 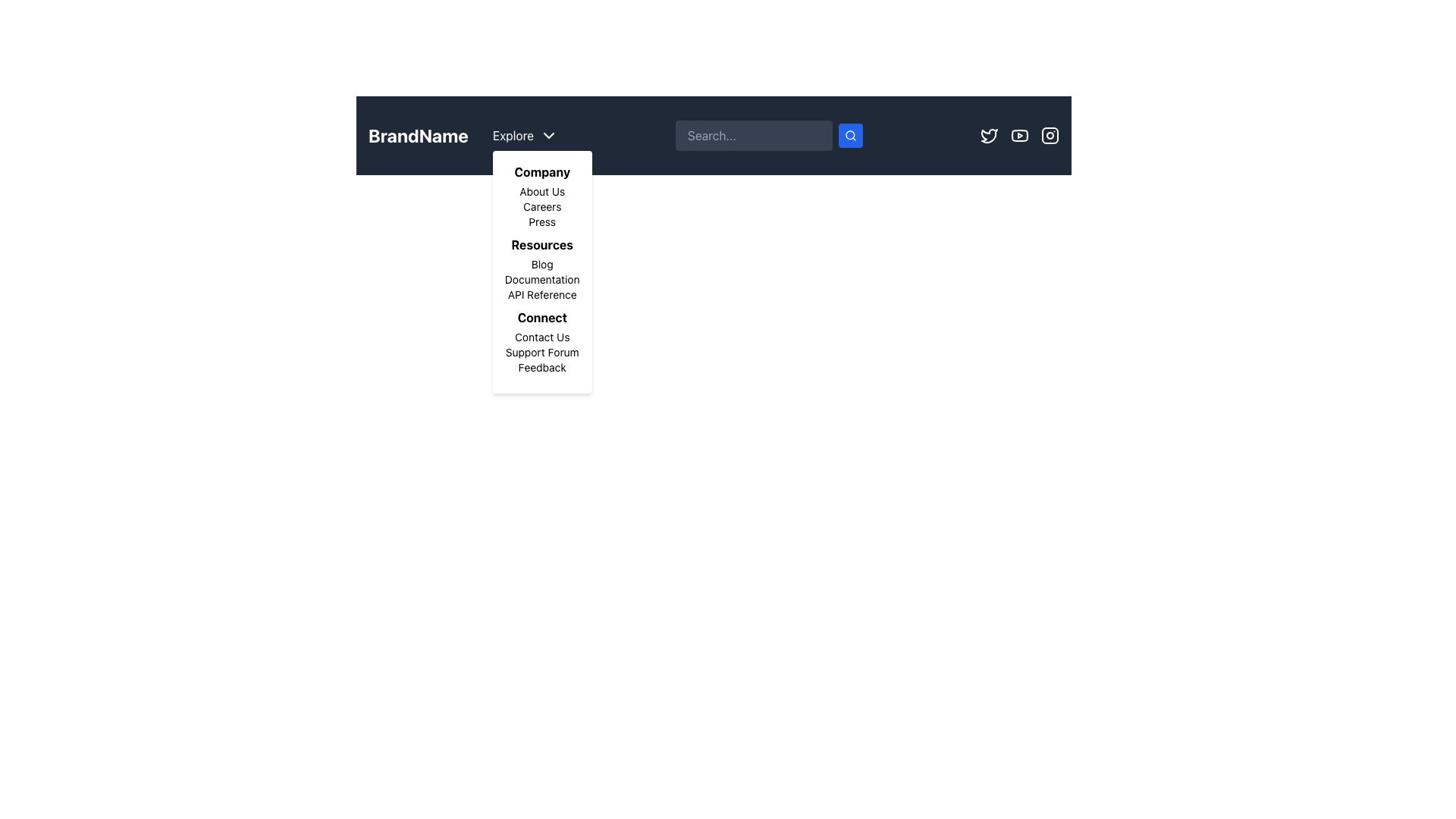 What do you see at coordinates (542, 244) in the screenshot?
I see `text displayed in the bold 'Resources' label located in the dropdown menu under the 'Company' section` at bounding box center [542, 244].